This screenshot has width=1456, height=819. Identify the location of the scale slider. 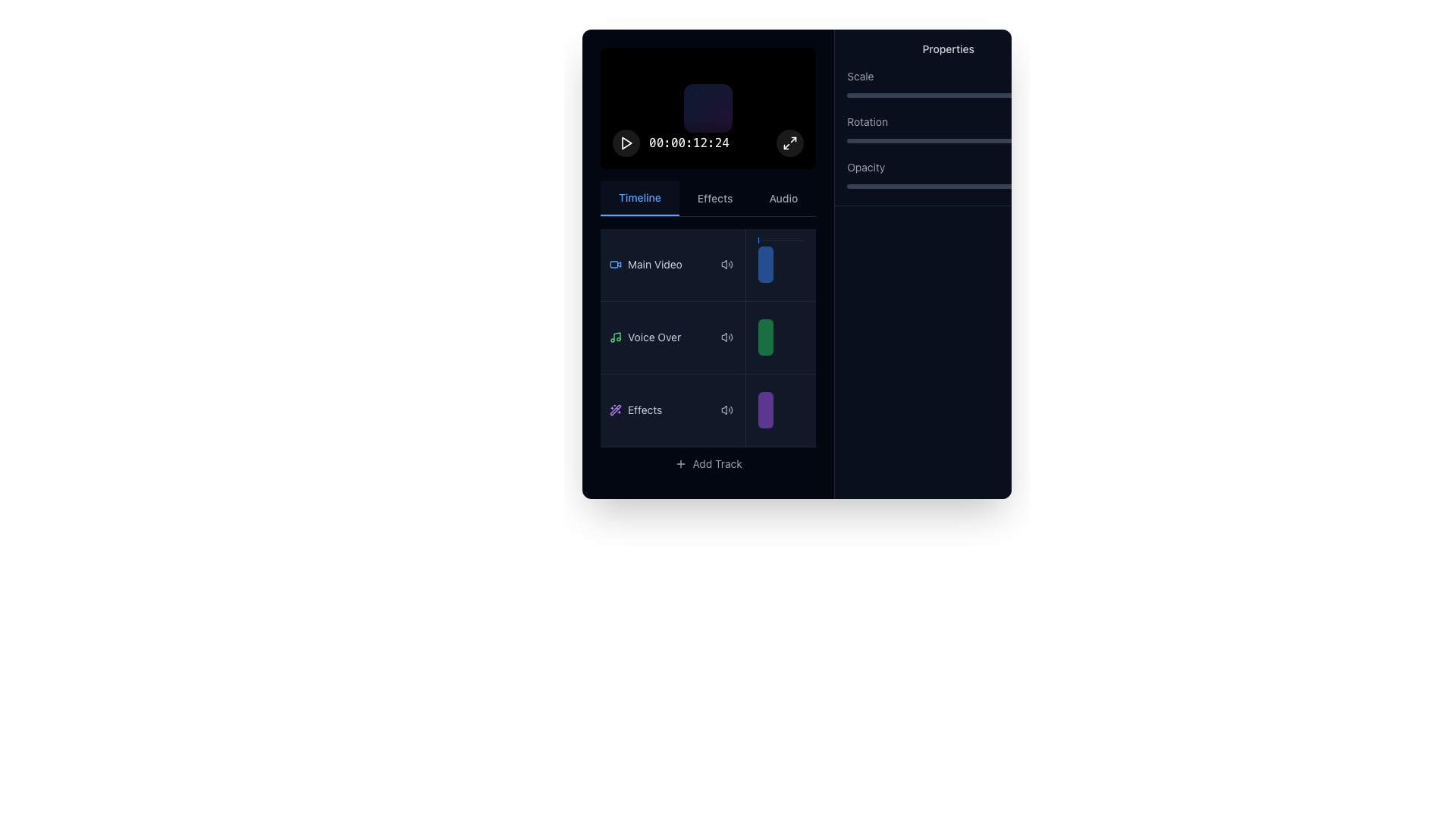
(978, 96).